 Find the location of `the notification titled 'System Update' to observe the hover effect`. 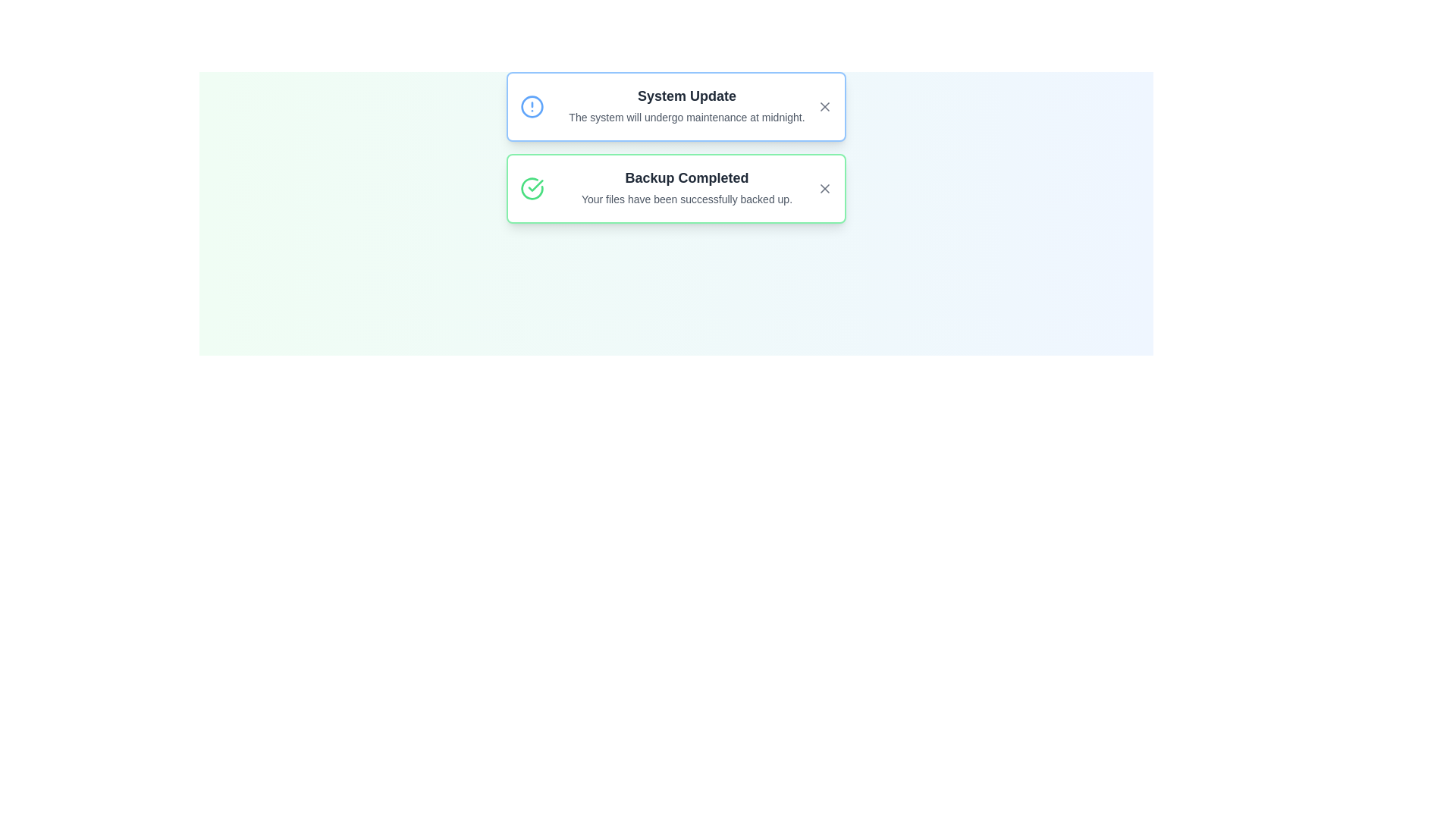

the notification titled 'System Update' to observe the hover effect is located at coordinates (676, 106).